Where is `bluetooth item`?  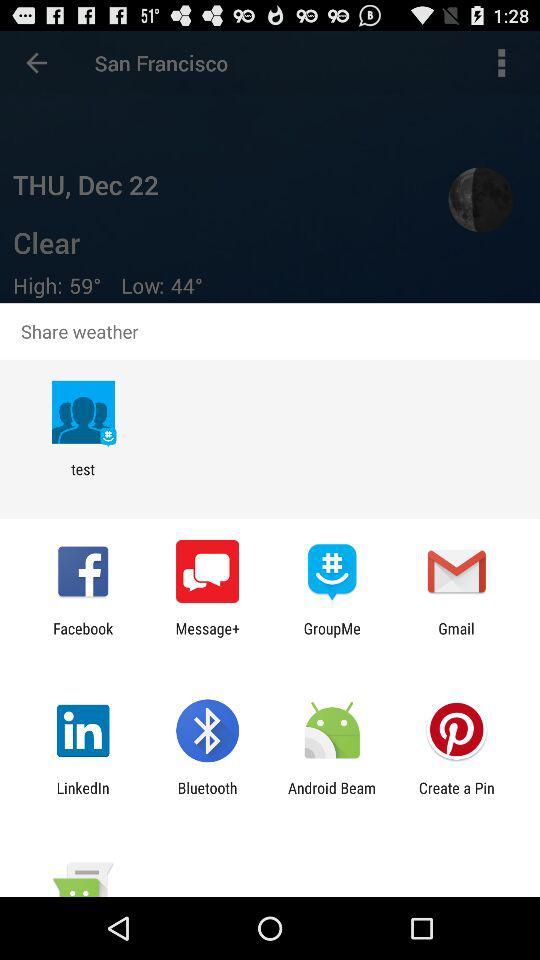 bluetooth item is located at coordinates (206, 796).